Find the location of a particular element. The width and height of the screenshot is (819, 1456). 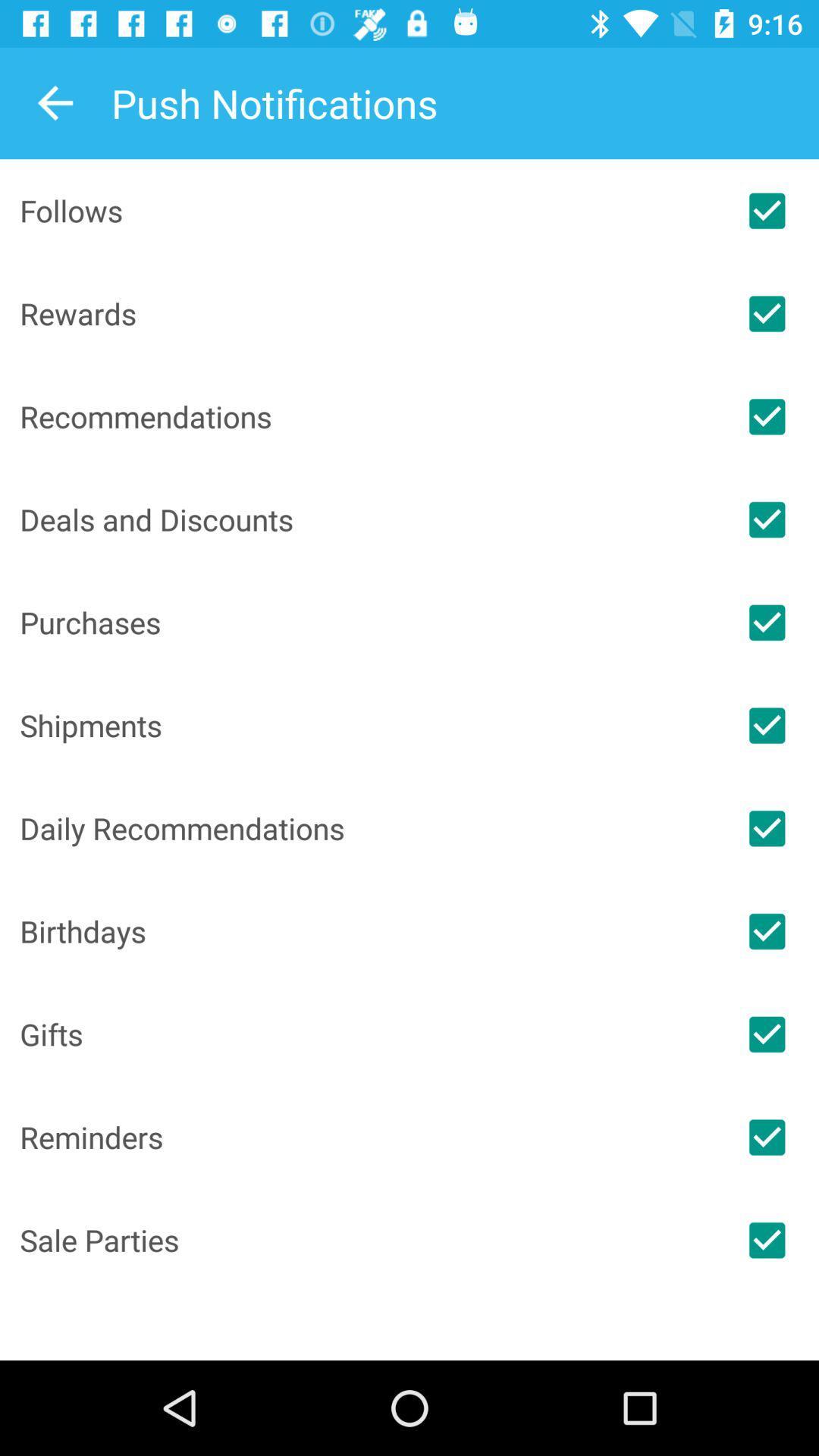

rewards notification is located at coordinates (767, 312).